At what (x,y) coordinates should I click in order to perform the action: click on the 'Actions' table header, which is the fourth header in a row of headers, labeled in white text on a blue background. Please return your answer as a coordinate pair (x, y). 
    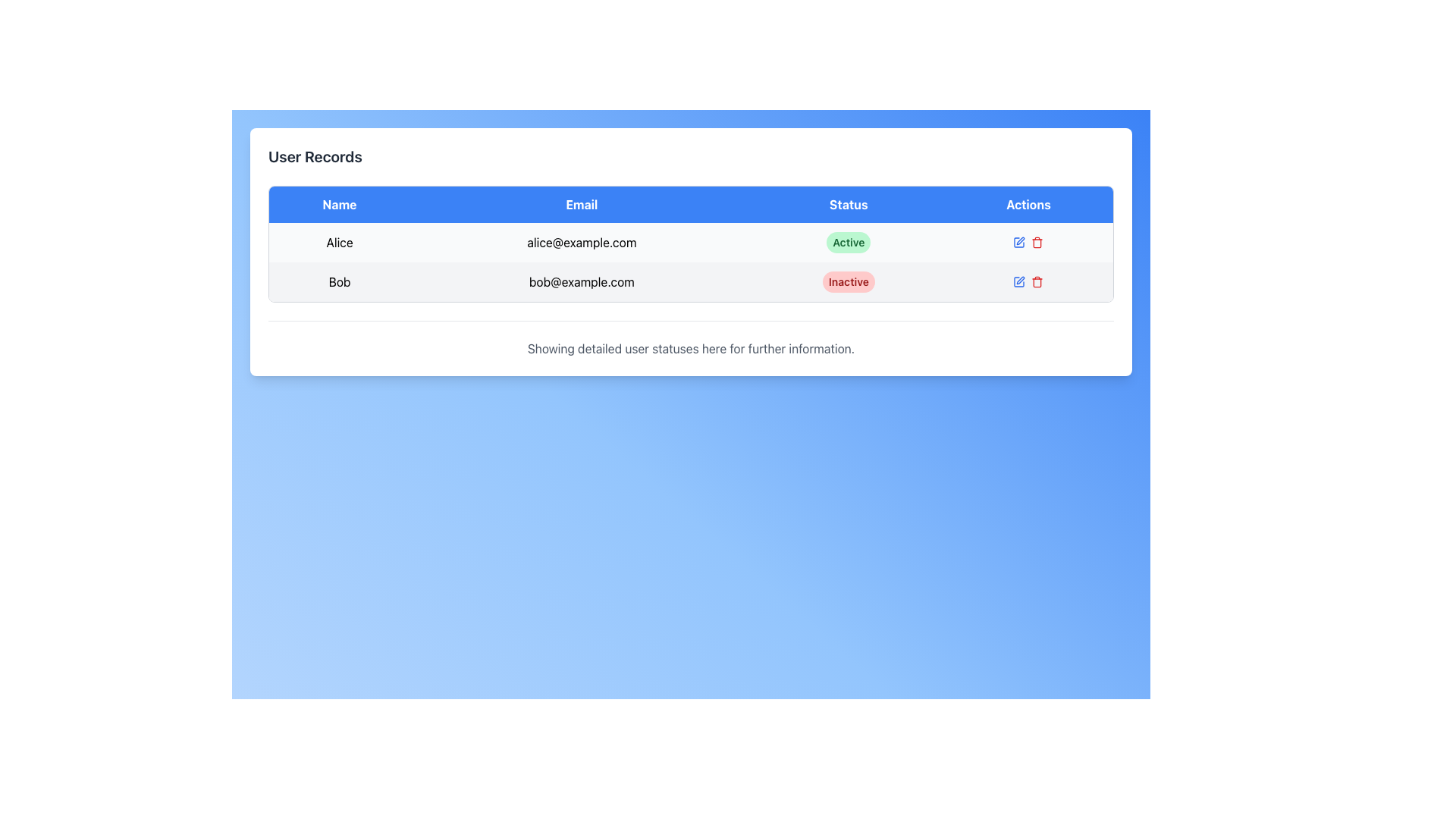
    Looking at the image, I should click on (1028, 205).